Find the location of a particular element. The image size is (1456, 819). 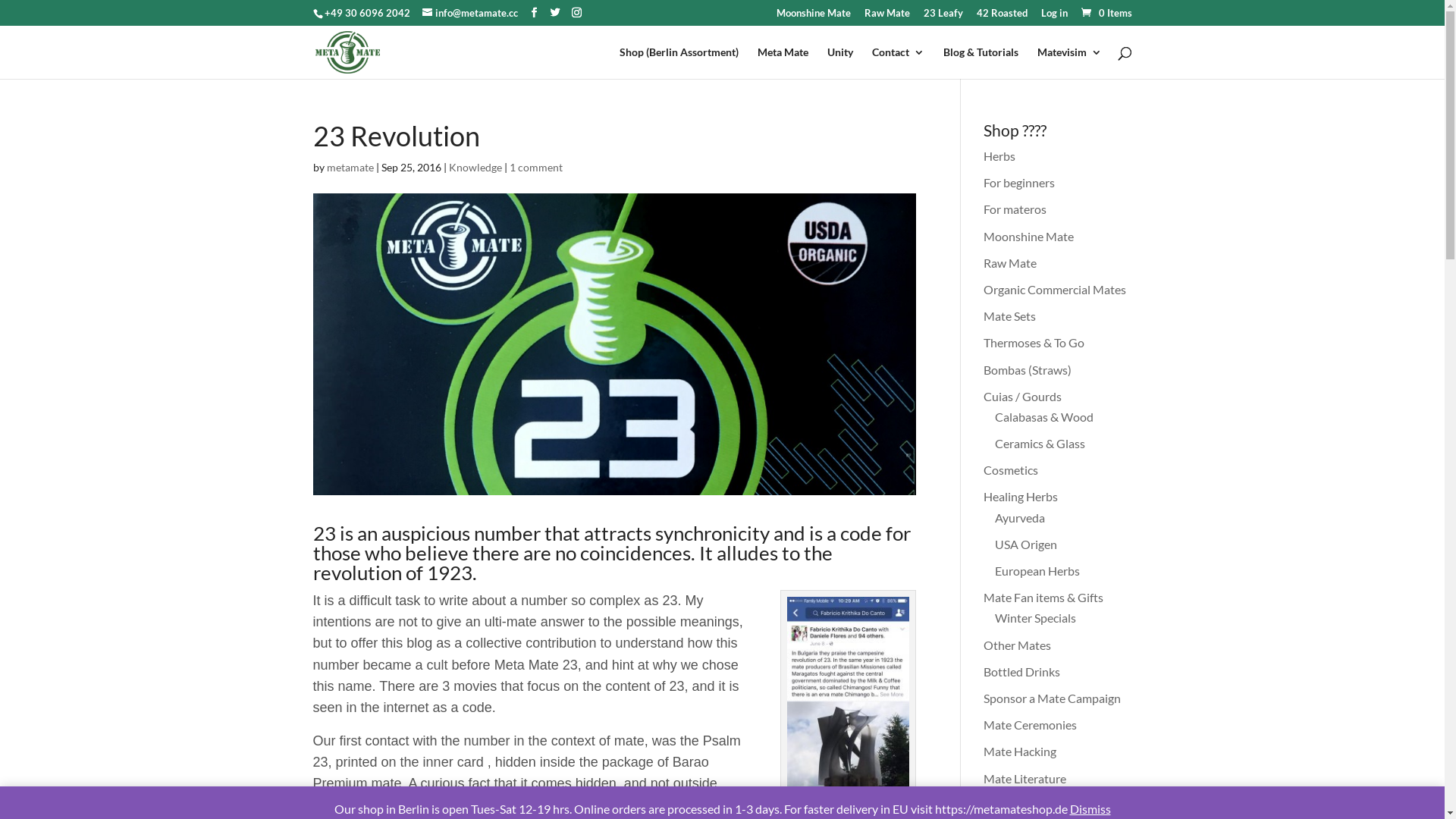

'Mate Ceremonies' is located at coordinates (1030, 723).